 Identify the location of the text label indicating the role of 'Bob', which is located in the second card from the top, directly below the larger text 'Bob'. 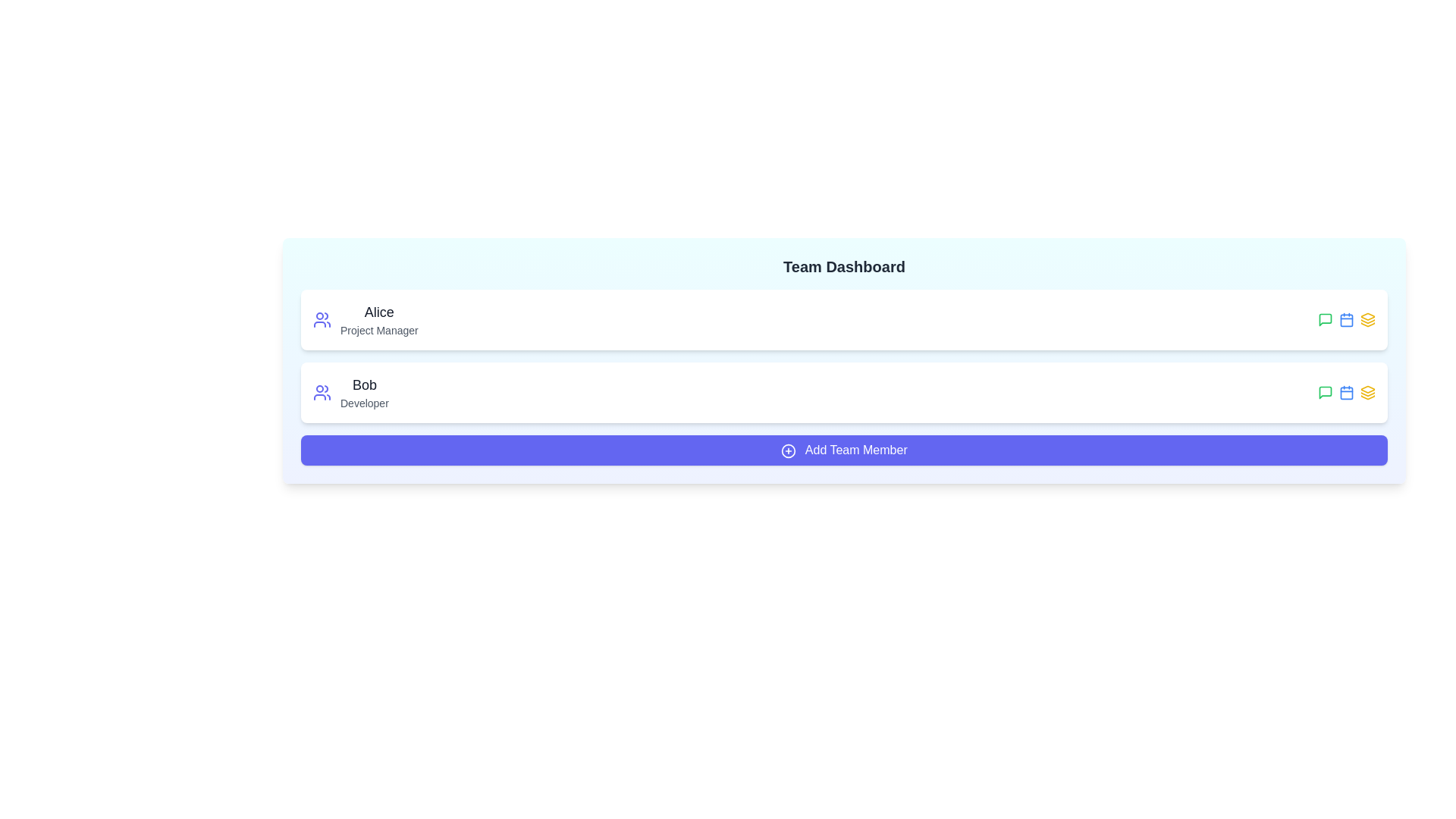
(364, 403).